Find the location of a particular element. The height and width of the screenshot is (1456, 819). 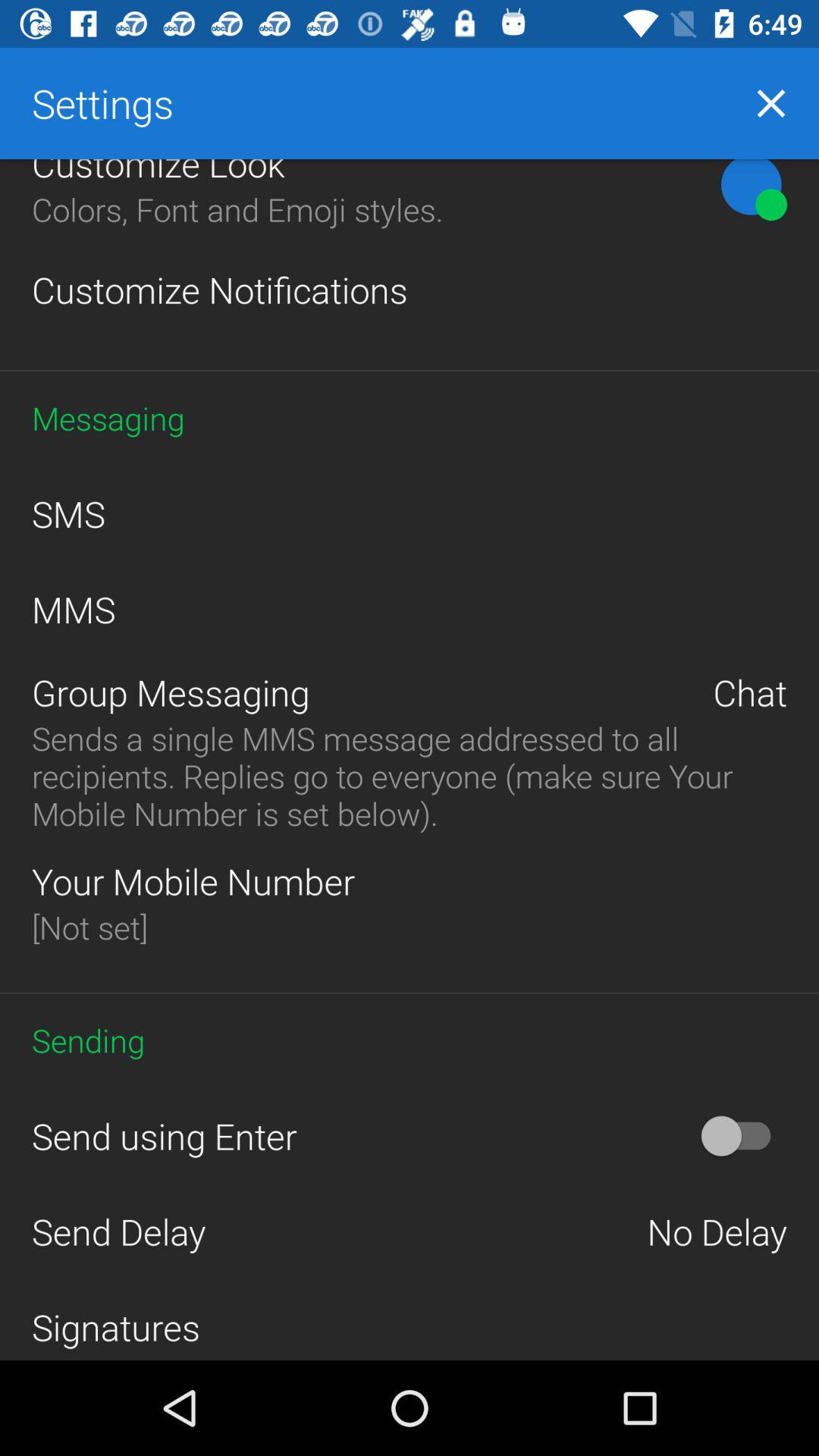

icon to the right of settings item is located at coordinates (771, 102).